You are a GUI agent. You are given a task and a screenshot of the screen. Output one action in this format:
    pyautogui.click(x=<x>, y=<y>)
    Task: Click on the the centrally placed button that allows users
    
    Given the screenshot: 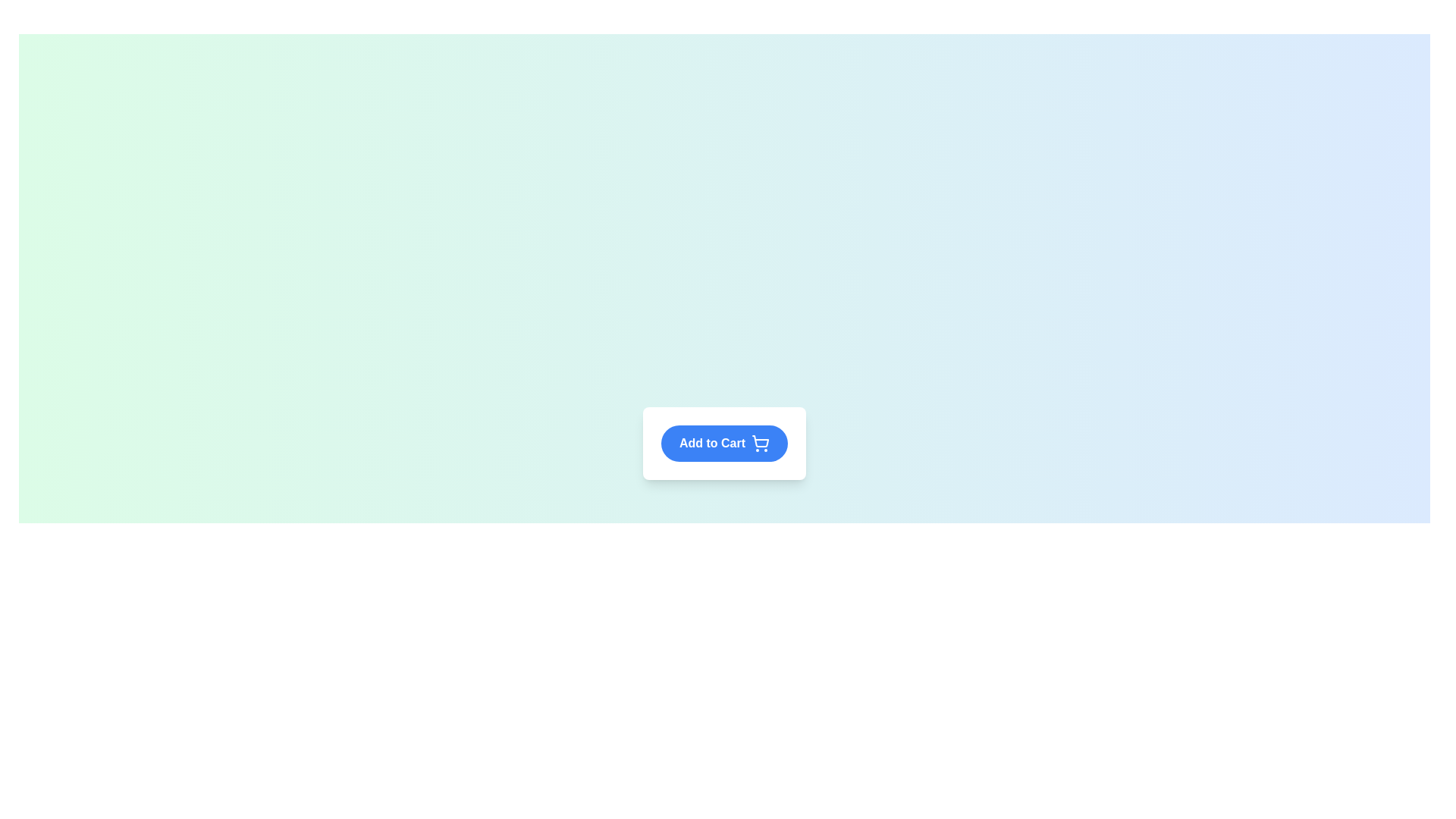 What is the action you would take?
    pyautogui.click(x=723, y=444)
    